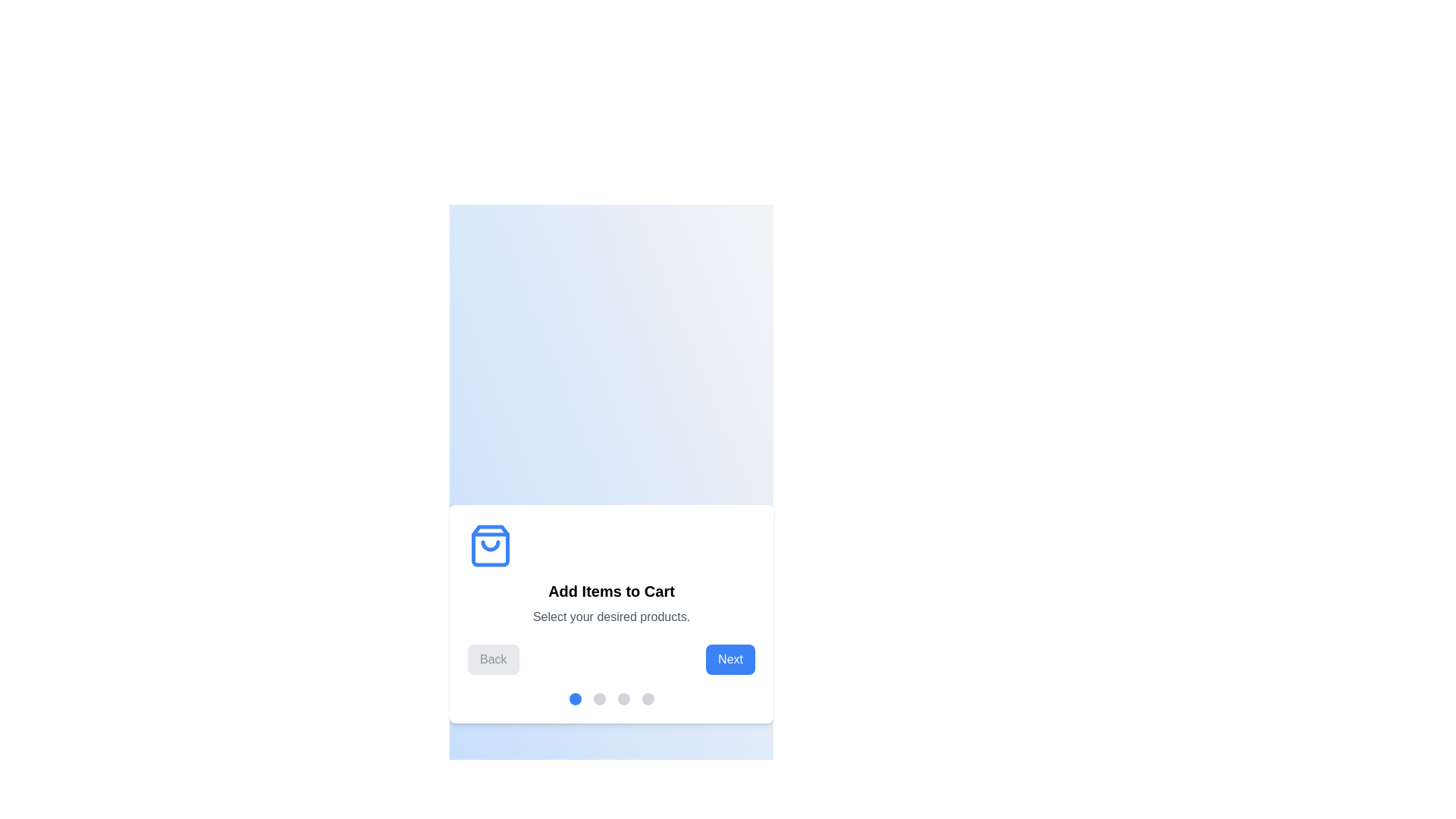 The width and height of the screenshot is (1456, 819). What do you see at coordinates (491, 546) in the screenshot?
I see `the step's icon by clicking on it` at bounding box center [491, 546].